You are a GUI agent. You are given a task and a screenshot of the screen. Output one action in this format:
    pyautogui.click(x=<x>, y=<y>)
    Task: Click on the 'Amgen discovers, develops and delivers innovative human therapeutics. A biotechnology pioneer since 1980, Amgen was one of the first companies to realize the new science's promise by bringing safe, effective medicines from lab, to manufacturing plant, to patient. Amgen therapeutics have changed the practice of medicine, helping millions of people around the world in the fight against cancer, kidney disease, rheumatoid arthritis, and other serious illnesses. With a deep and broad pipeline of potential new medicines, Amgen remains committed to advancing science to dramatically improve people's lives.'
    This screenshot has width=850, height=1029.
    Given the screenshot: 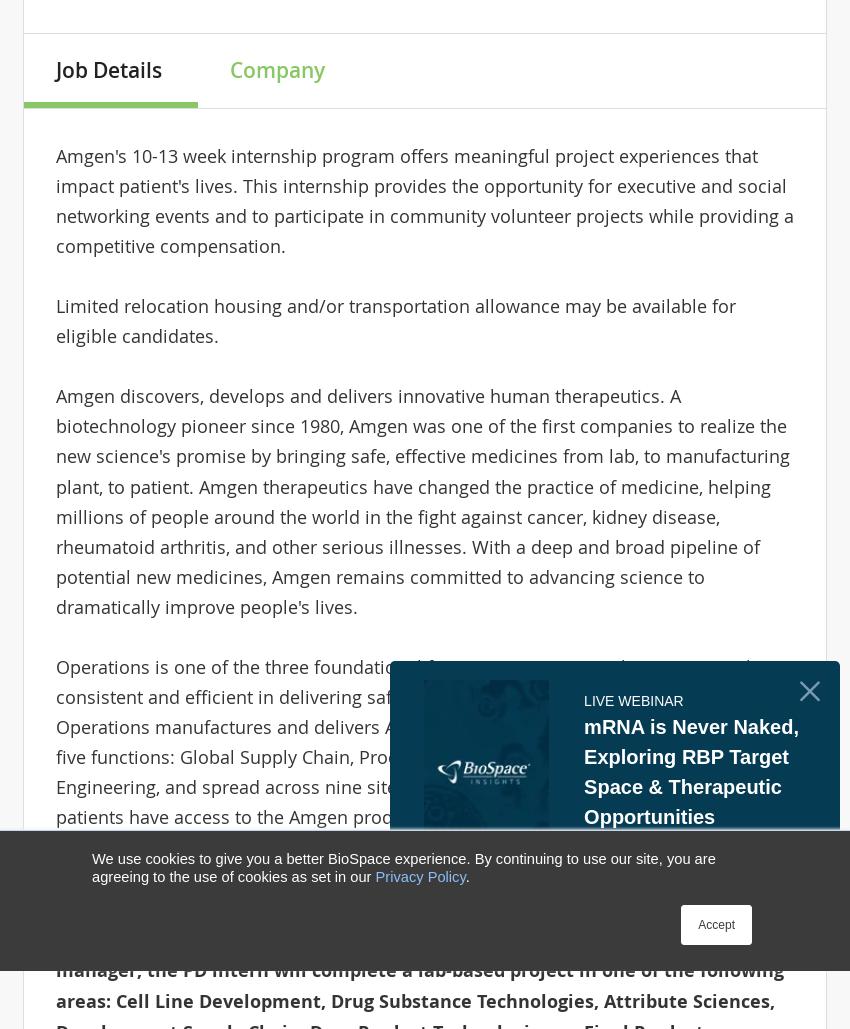 What is the action you would take?
    pyautogui.click(x=422, y=501)
    